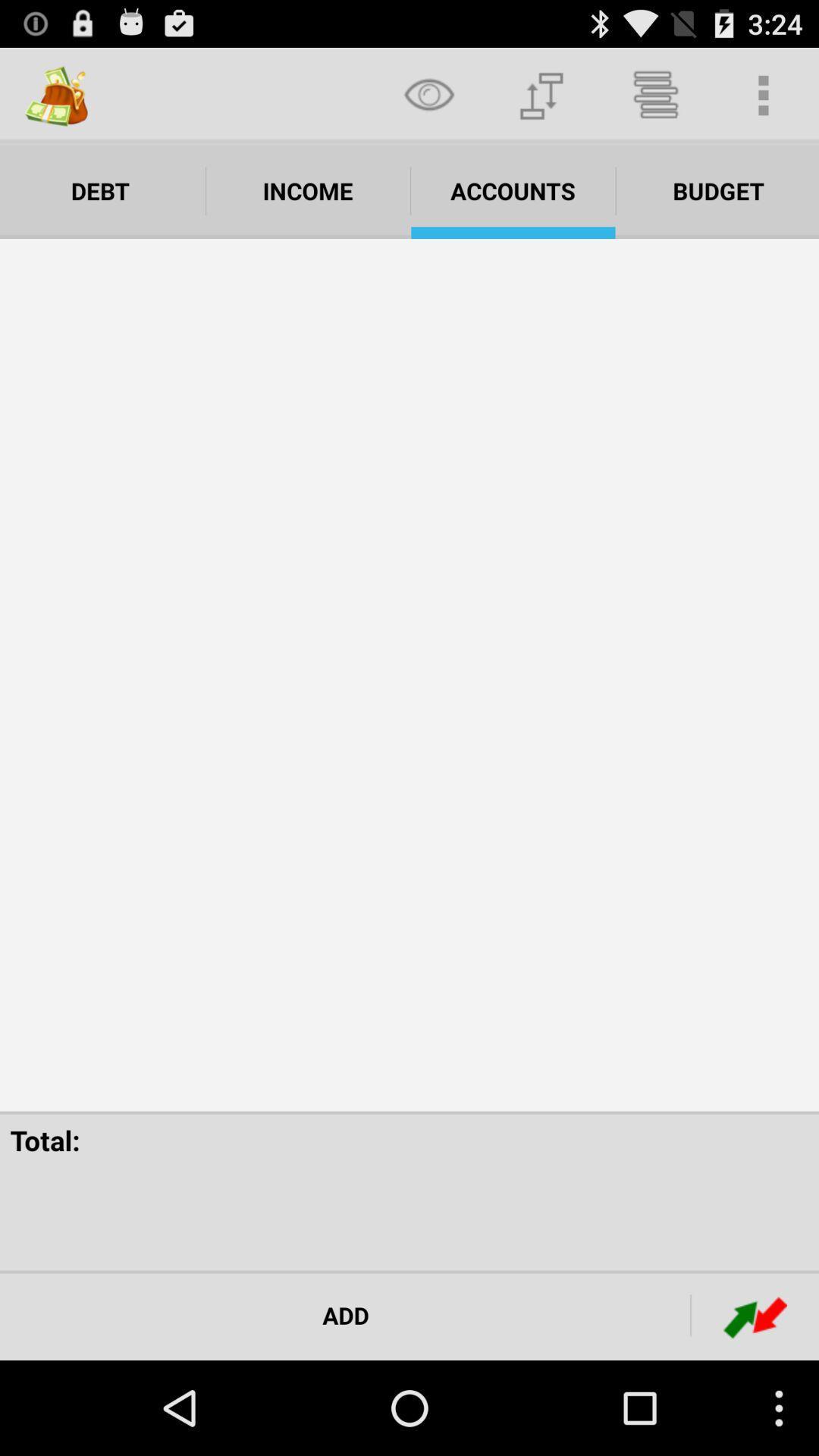 This screenshot has width=819, height=1456. I want to click on the swap icon, so click(755, 1407).